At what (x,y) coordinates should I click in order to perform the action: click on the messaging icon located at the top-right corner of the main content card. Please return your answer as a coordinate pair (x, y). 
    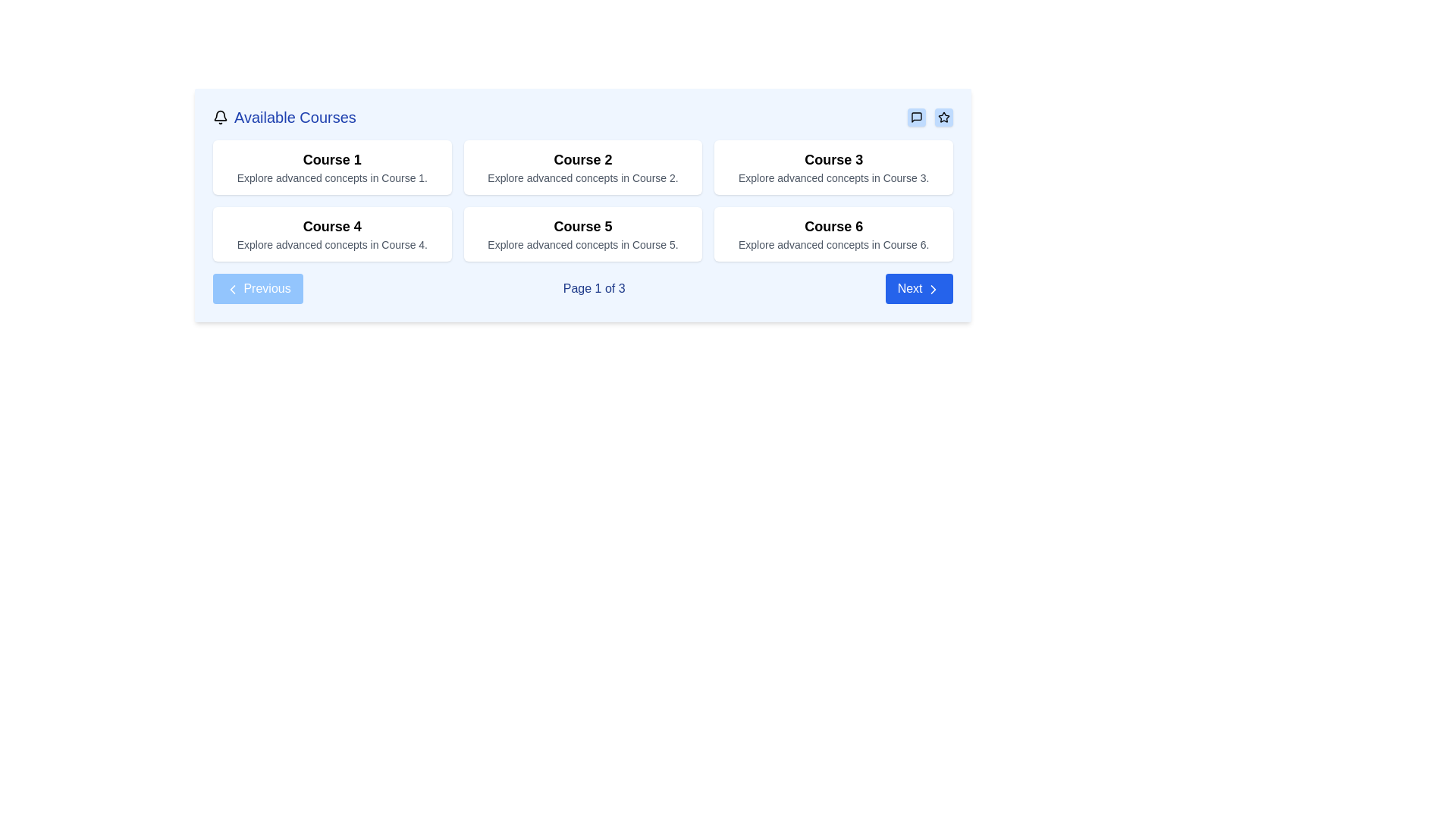
    Looking at the image, I should click on (916, 116).